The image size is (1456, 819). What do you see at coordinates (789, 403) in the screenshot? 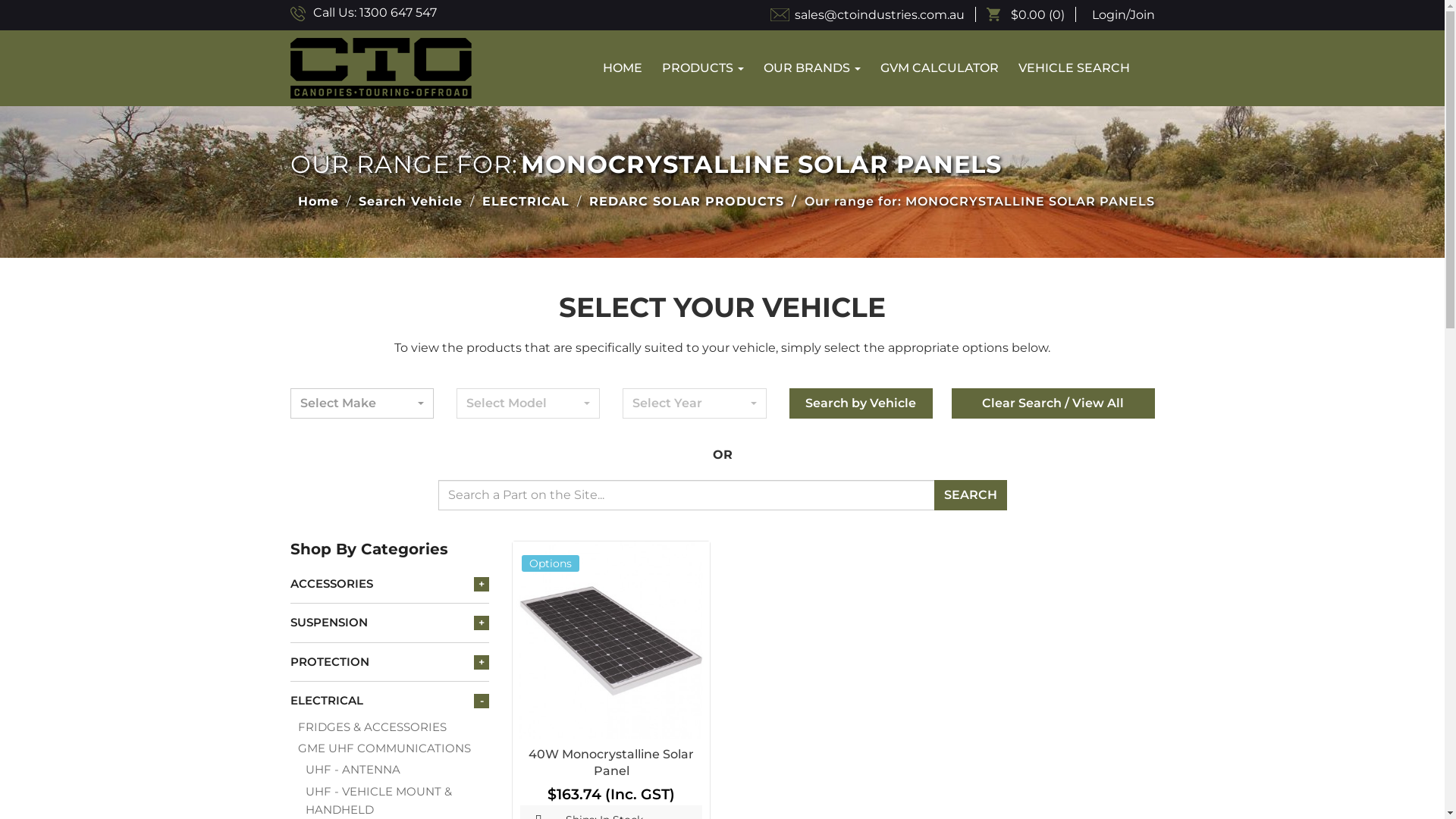
I see `'Search by Vehicle'` at bounding box center [789, 403].